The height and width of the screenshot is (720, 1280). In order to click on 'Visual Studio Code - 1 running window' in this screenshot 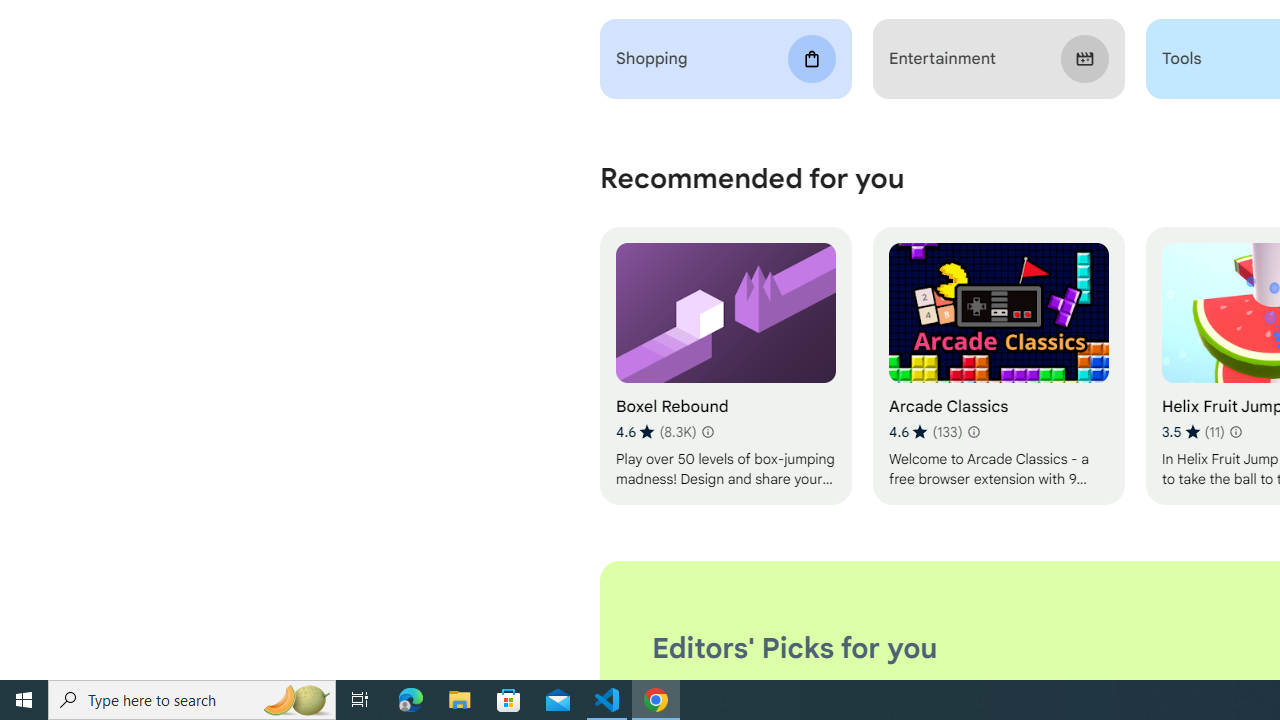, I will do `click(606, 698)`.